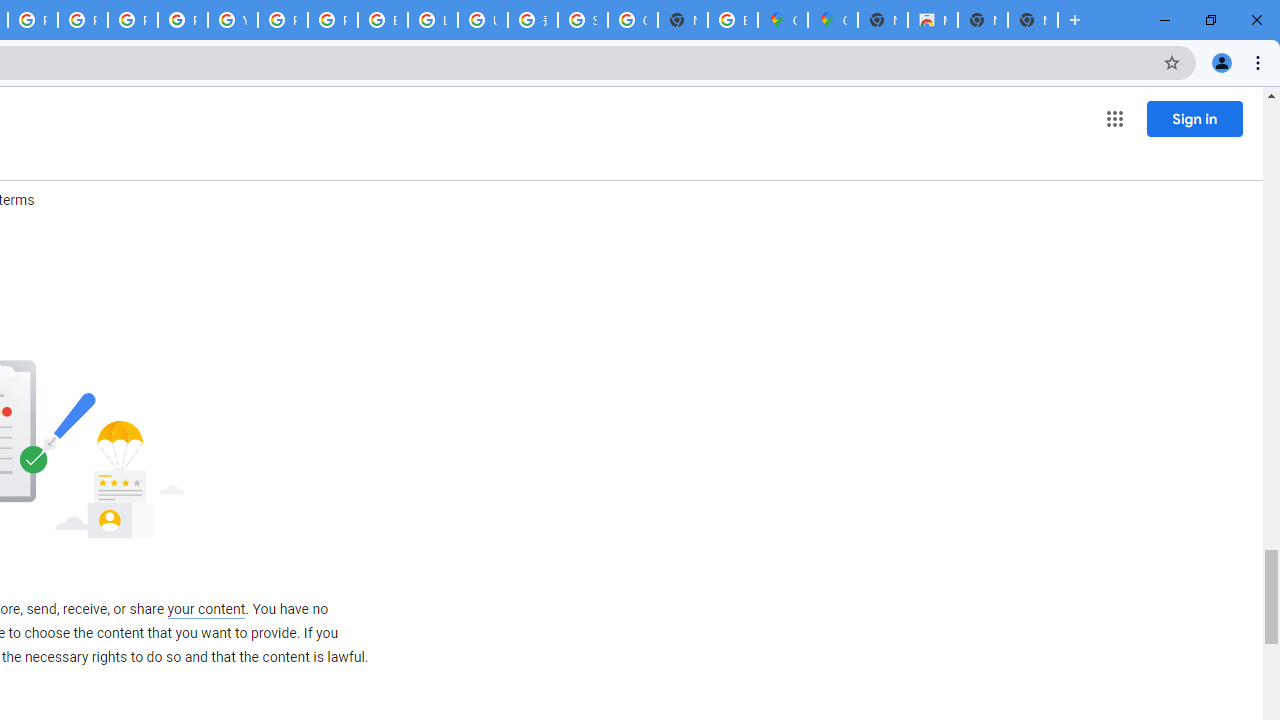 This screenshot has width=1280, height=720. What do you see at coordinates (1113, 119) in the screenshot?
I see `'Google apps'` at bounding box center [1113, 119].